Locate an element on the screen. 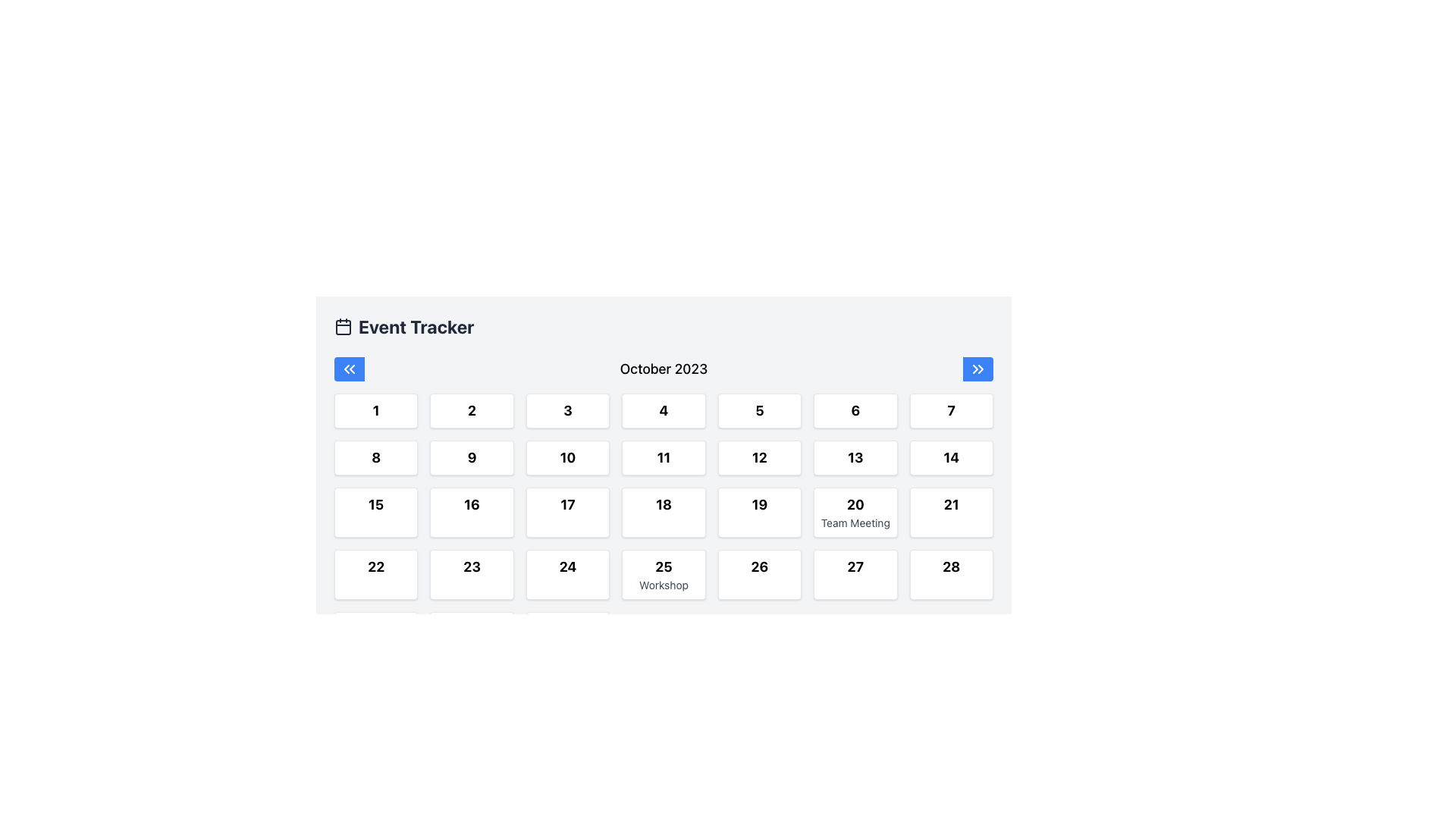 The width and height of the screenshot is (1456, 819). the leftward chevron icon element located at the top-left corner of the calendar interface, next to the title 'Event Tracker', for keyboard interaction is located at coordinates (346, 369).